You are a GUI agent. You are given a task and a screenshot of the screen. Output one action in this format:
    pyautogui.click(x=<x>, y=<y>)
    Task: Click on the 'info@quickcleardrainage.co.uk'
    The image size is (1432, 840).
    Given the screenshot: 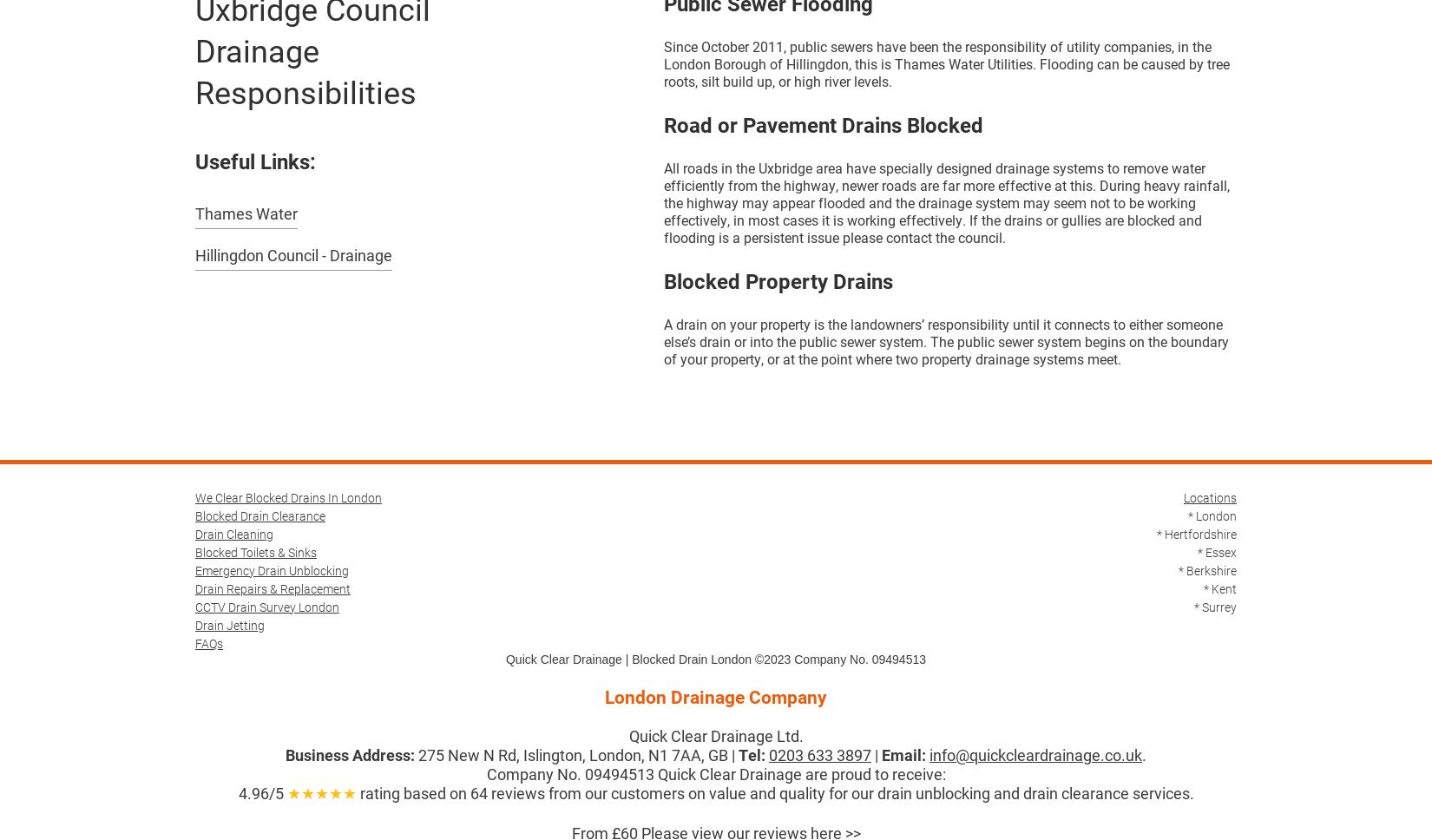 What is the action you would take?
    pyautogui.click(x=929, y=754)
    